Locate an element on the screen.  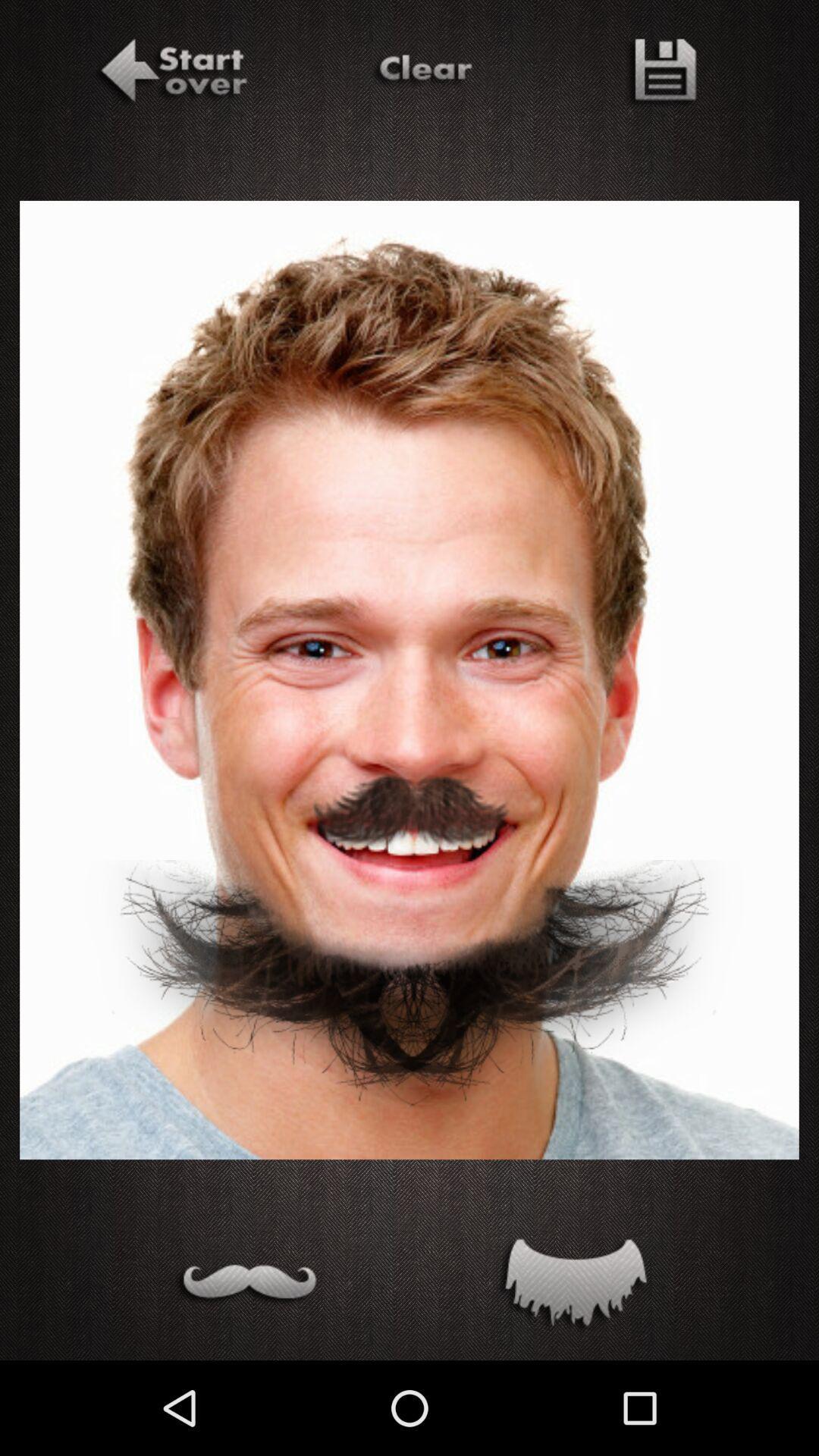
beard is located at coordinates (572, 1285).